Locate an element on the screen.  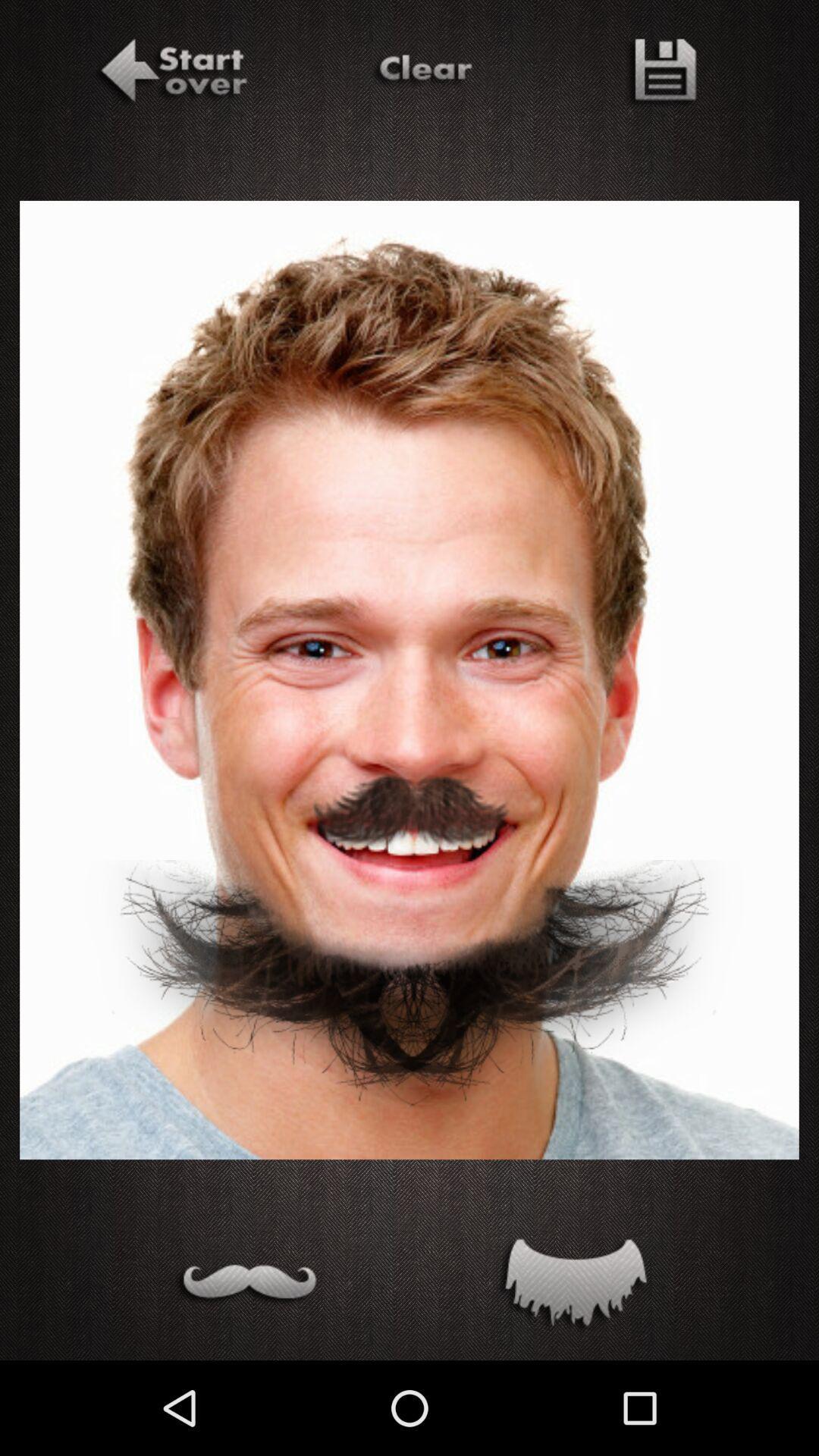
beard is located at coordinates (572, 1285).